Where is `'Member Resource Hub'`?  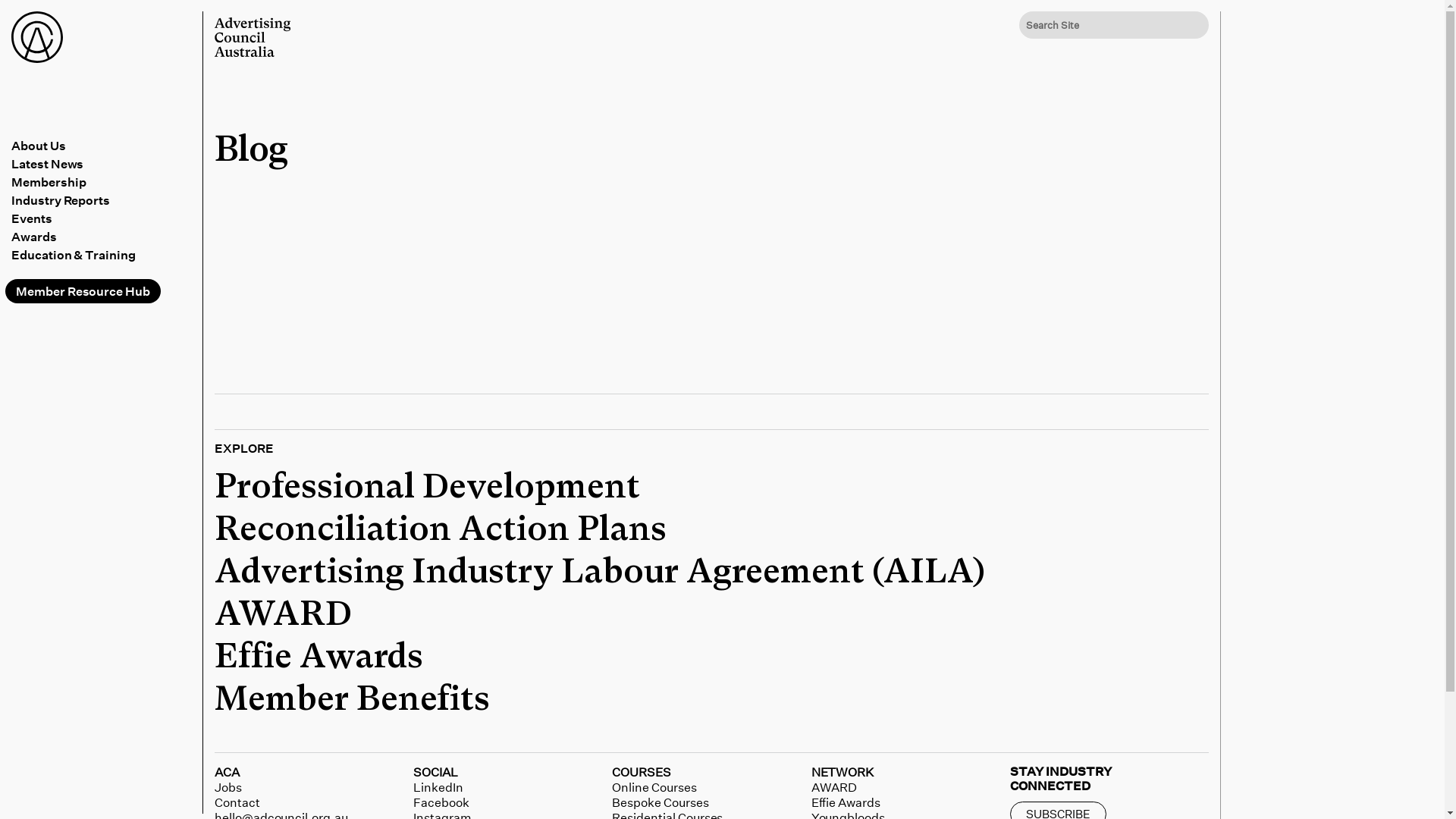
'Member Resource Hub' is located at coordinates (82, 291).